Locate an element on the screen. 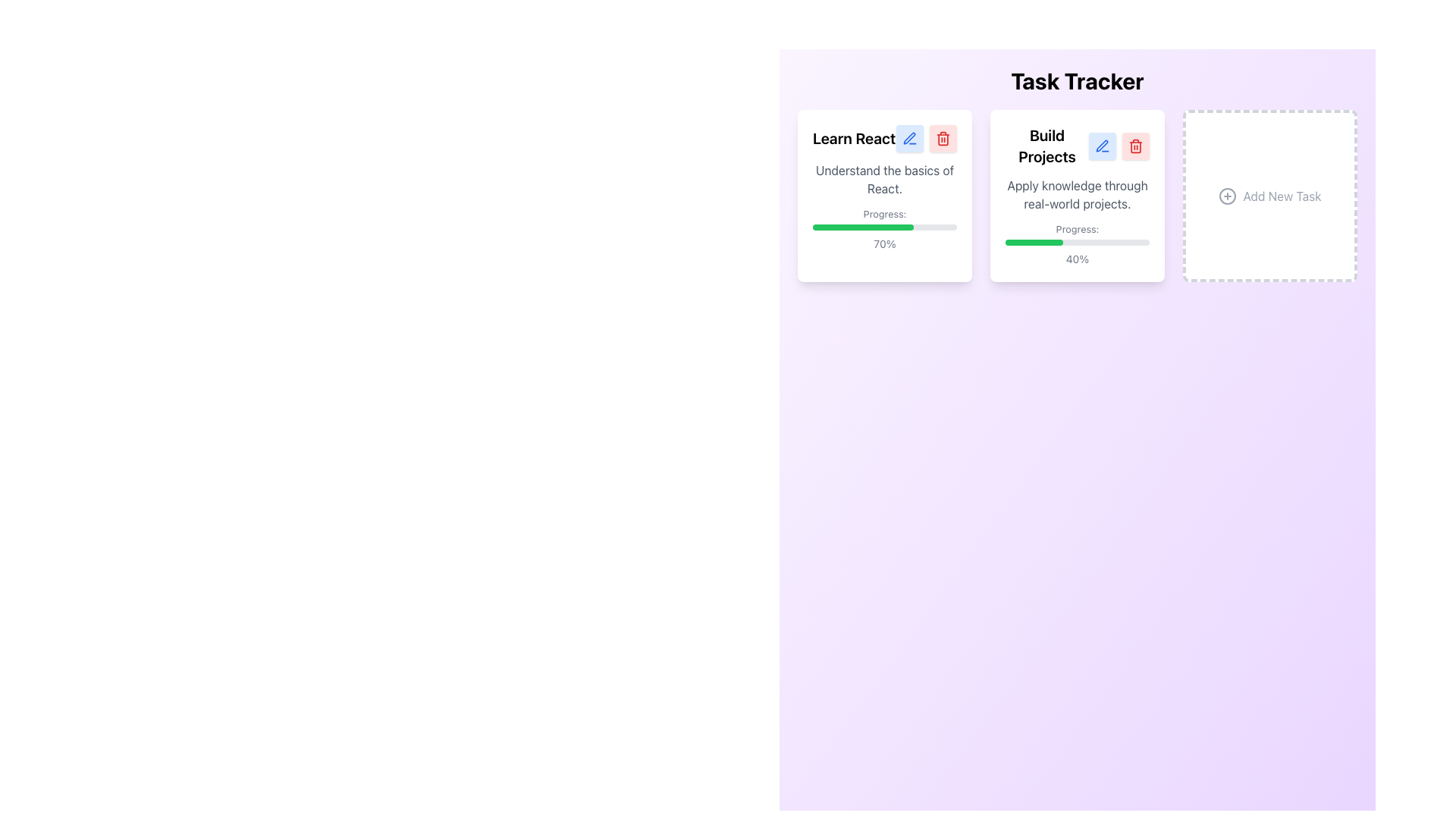 This screenshot has width=1456, height=819. the descriptive label text reading 'Progress:' styled in gray, positioned above the progress bar and percentage indicator within the task card is located at coordinates (884, 213).